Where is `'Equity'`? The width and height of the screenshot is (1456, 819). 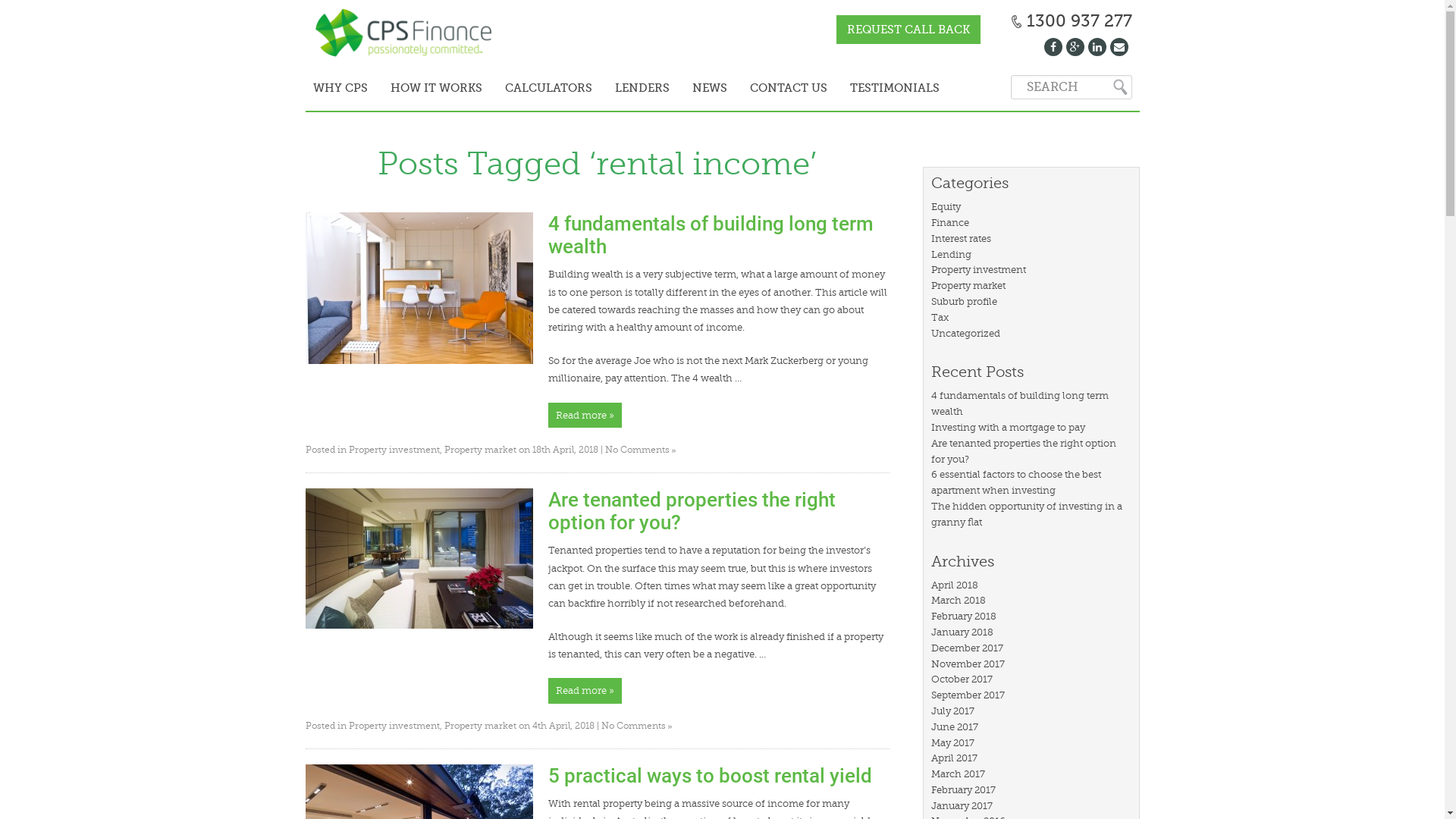 'Equity' is located at coordinates (945, 206).